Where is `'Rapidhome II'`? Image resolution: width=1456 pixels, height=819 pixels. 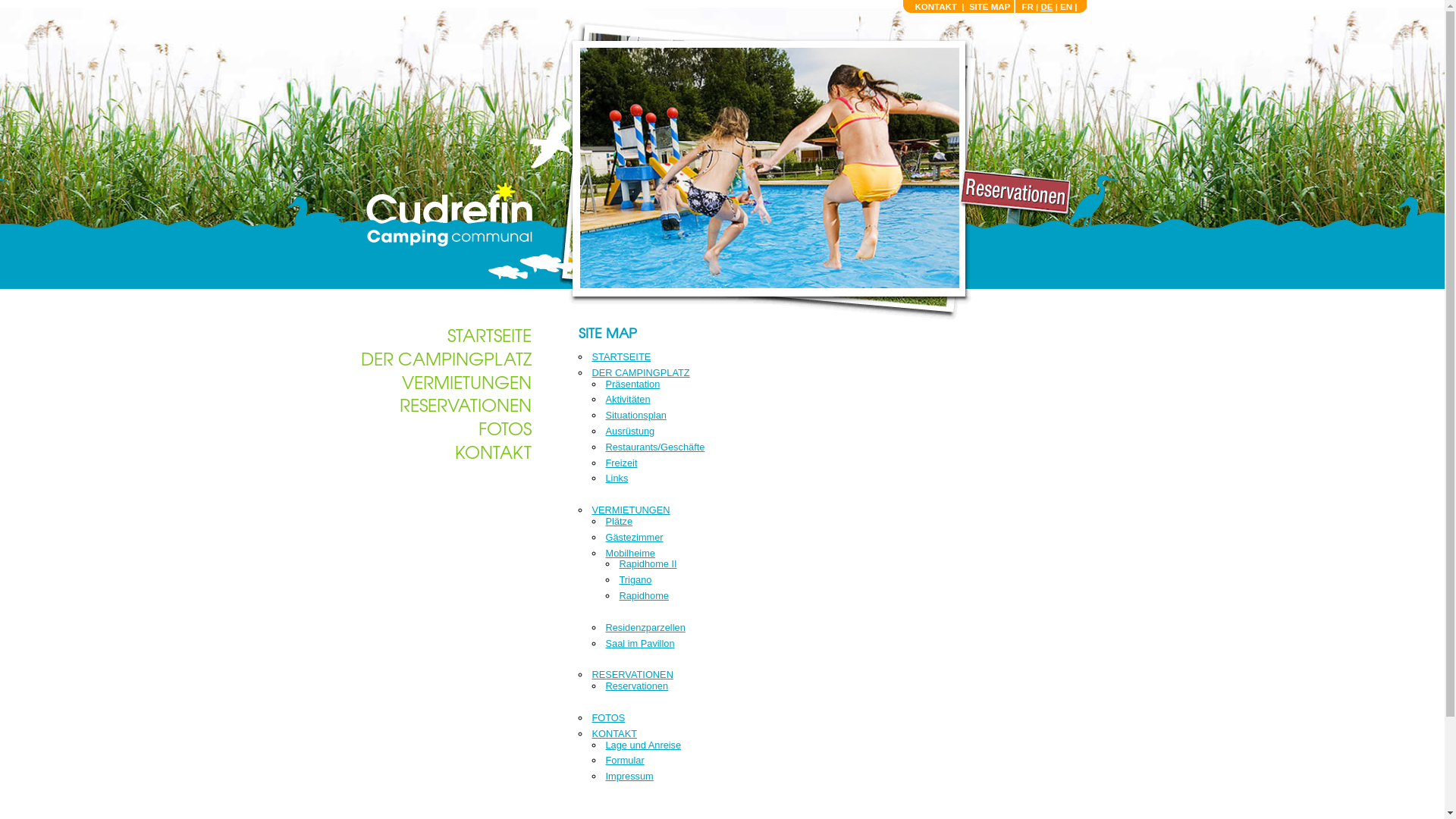 'Rapidhome II' is located at coordinates (619, 563).